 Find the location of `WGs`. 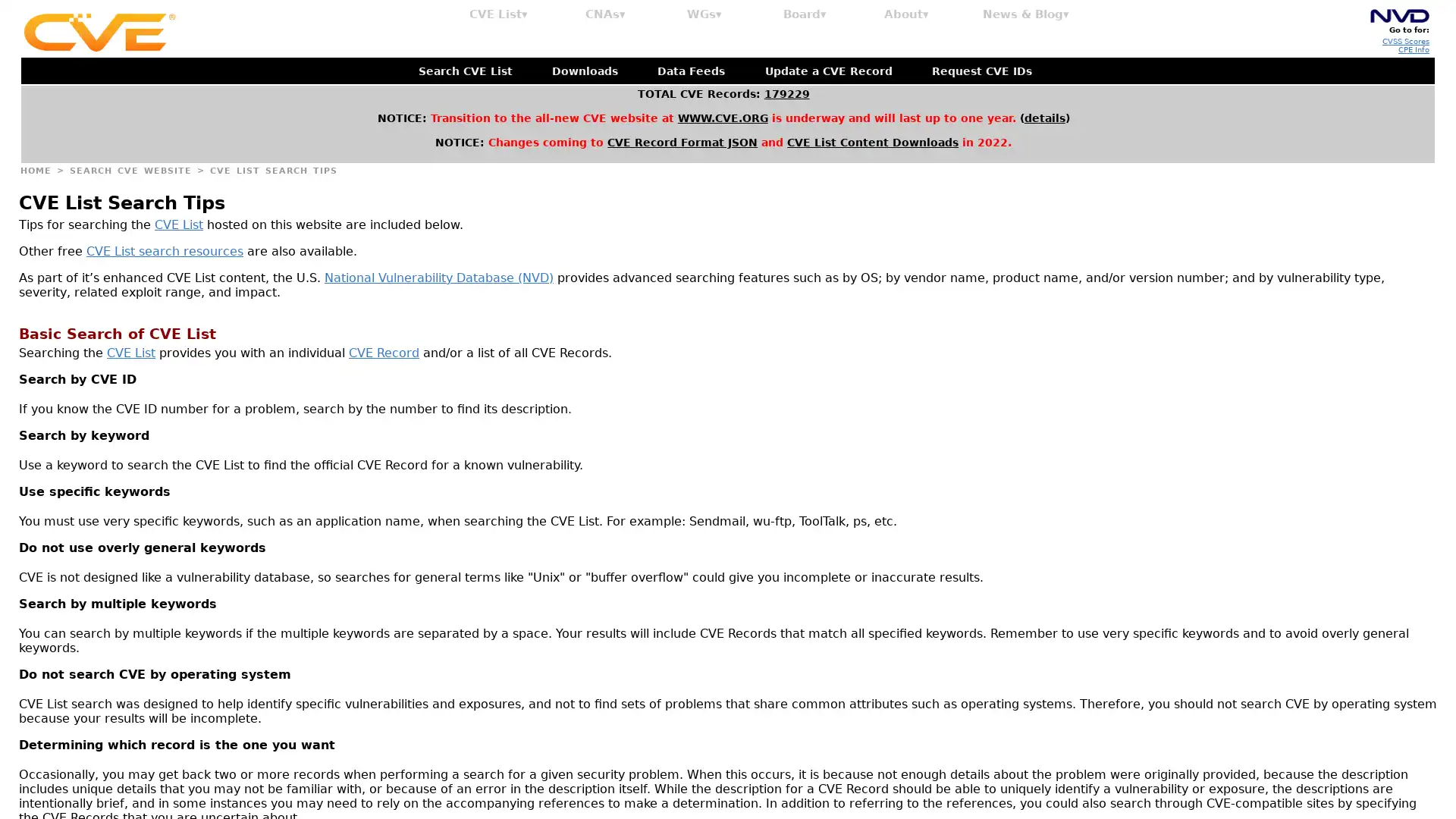

WGs is located at coordinates (704, 14).